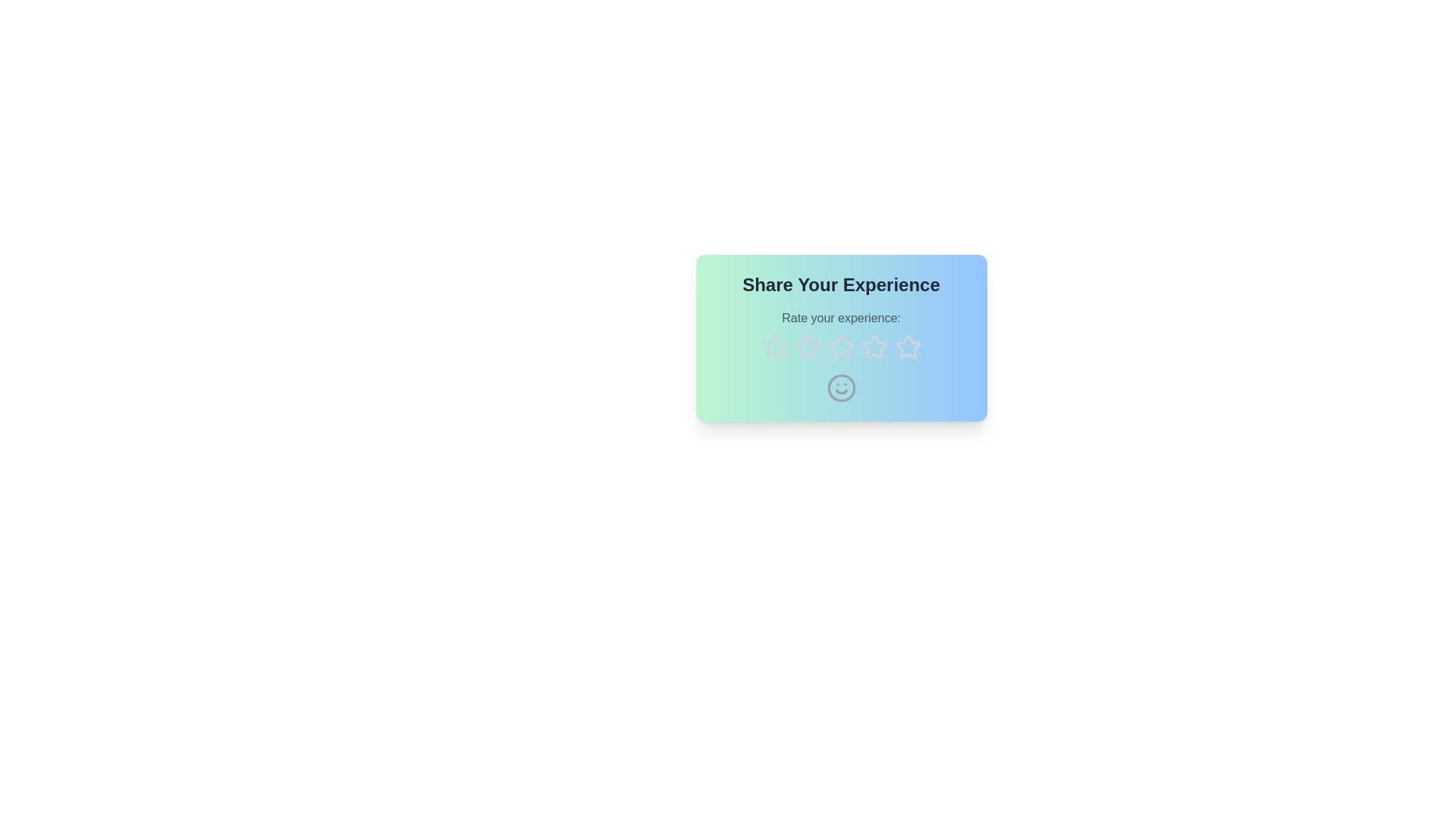  I want to click on the text 'Share Your Experience' located at its center, so click(840, 284).